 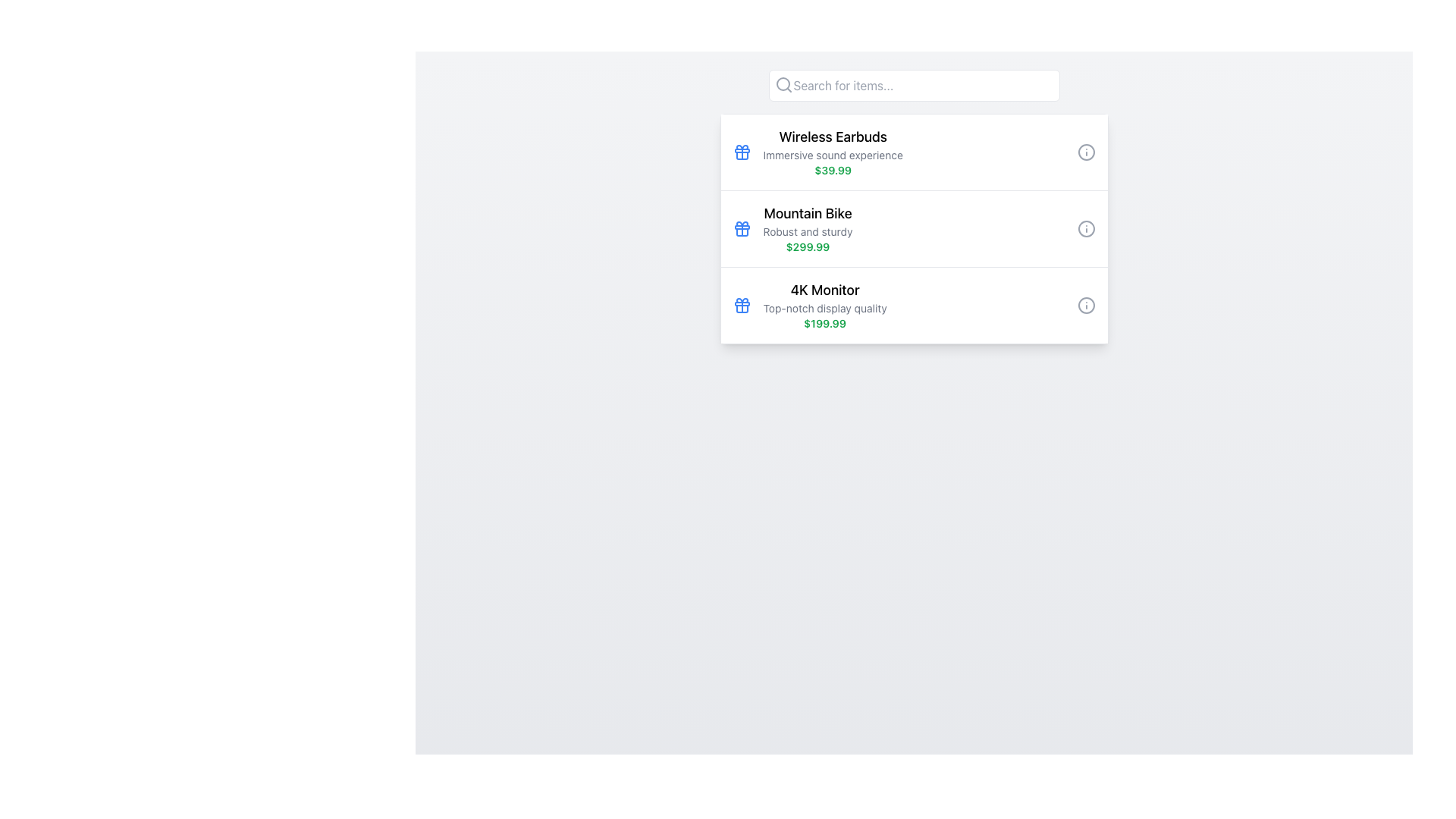 What do you see at coordinates (832, 152) in the screenshot?
I see `the product description and pricing text, which is the first item in the vertical list located to the right of a gift icon` at bounding box center [832, 152].